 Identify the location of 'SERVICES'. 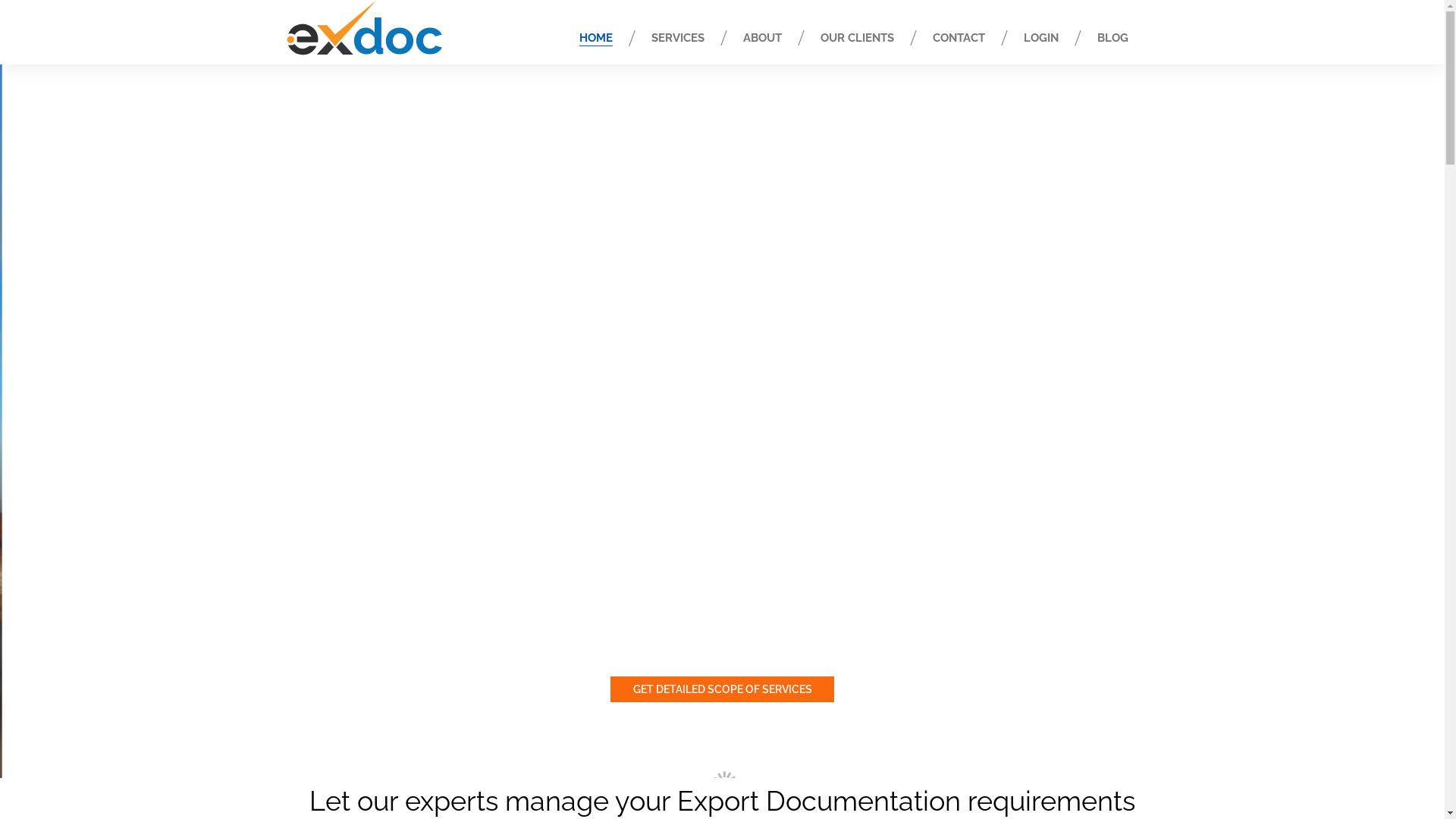
(676, 37).